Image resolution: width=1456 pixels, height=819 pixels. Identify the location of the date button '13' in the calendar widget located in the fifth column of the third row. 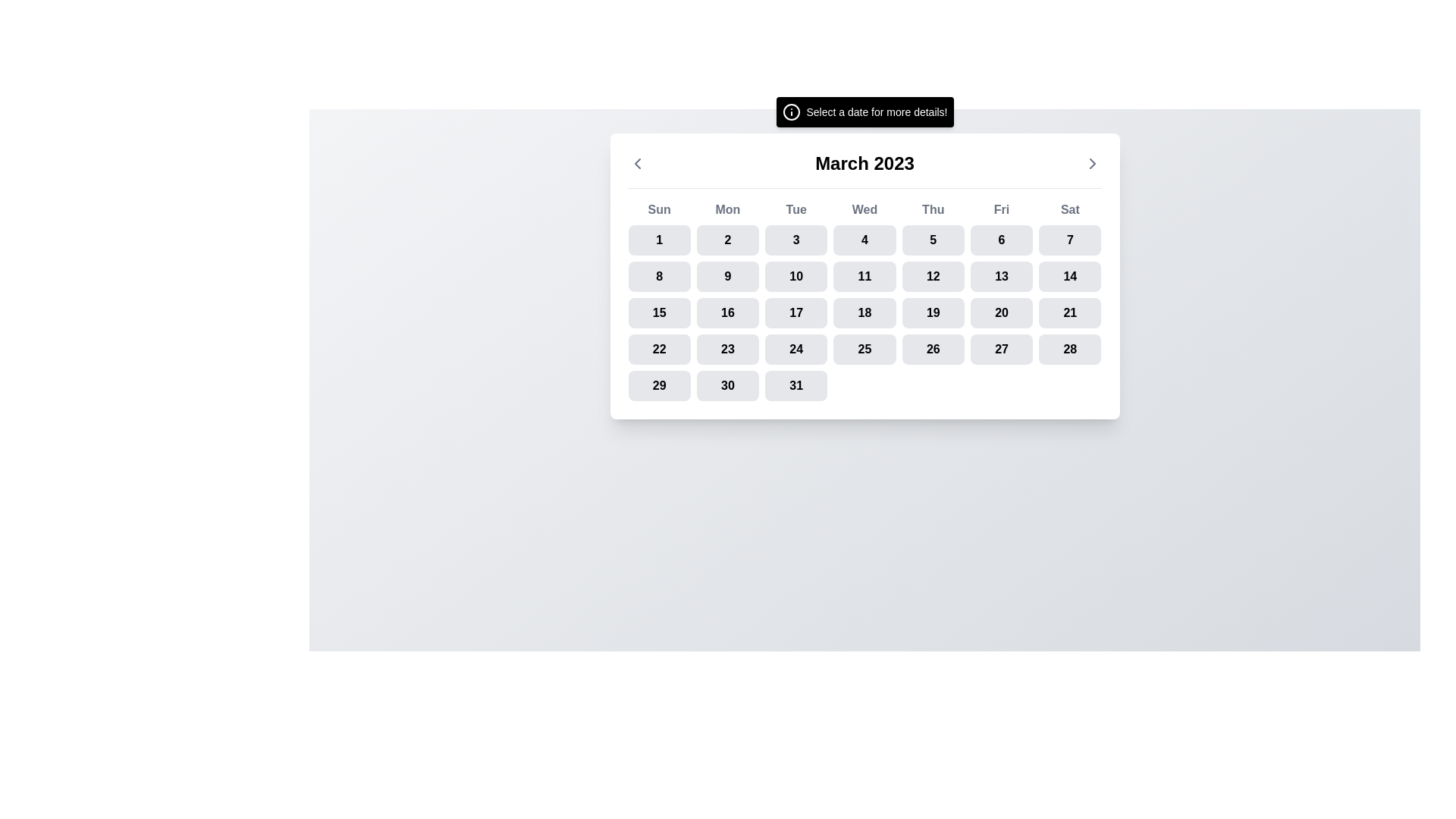
(1002, 277).